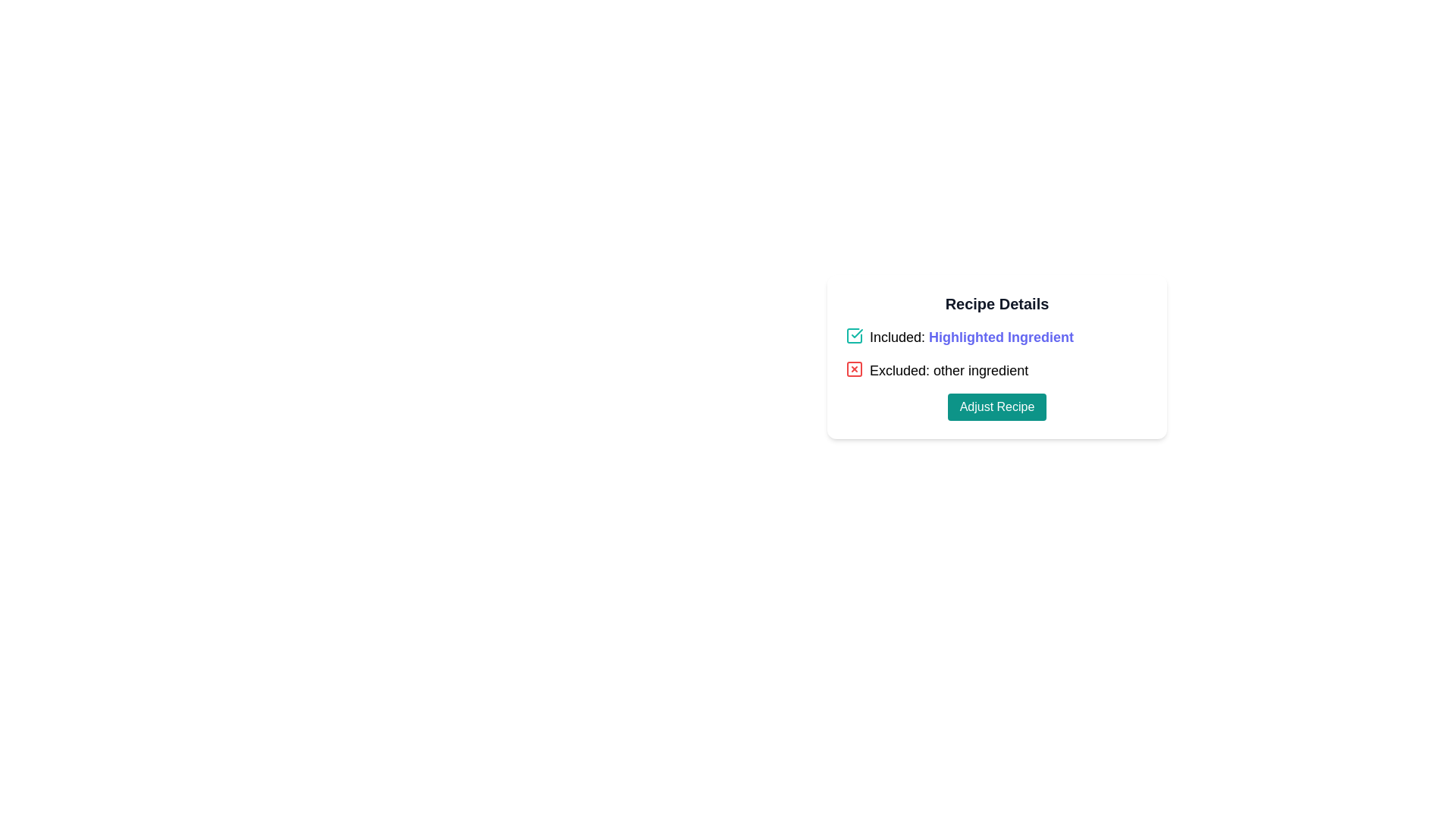 Image resolution: width=1456 pixels, height=819 pixels. Describe the element at coordinates (857, 332) in the screenshot. I see `the graphical checkmark icon, which is a bold, teal-colored stroke within a square checkbox representation, located to the left of the 'Included: Highlighted Ingredient' text label in the 'Recipe Details' section` at that location.